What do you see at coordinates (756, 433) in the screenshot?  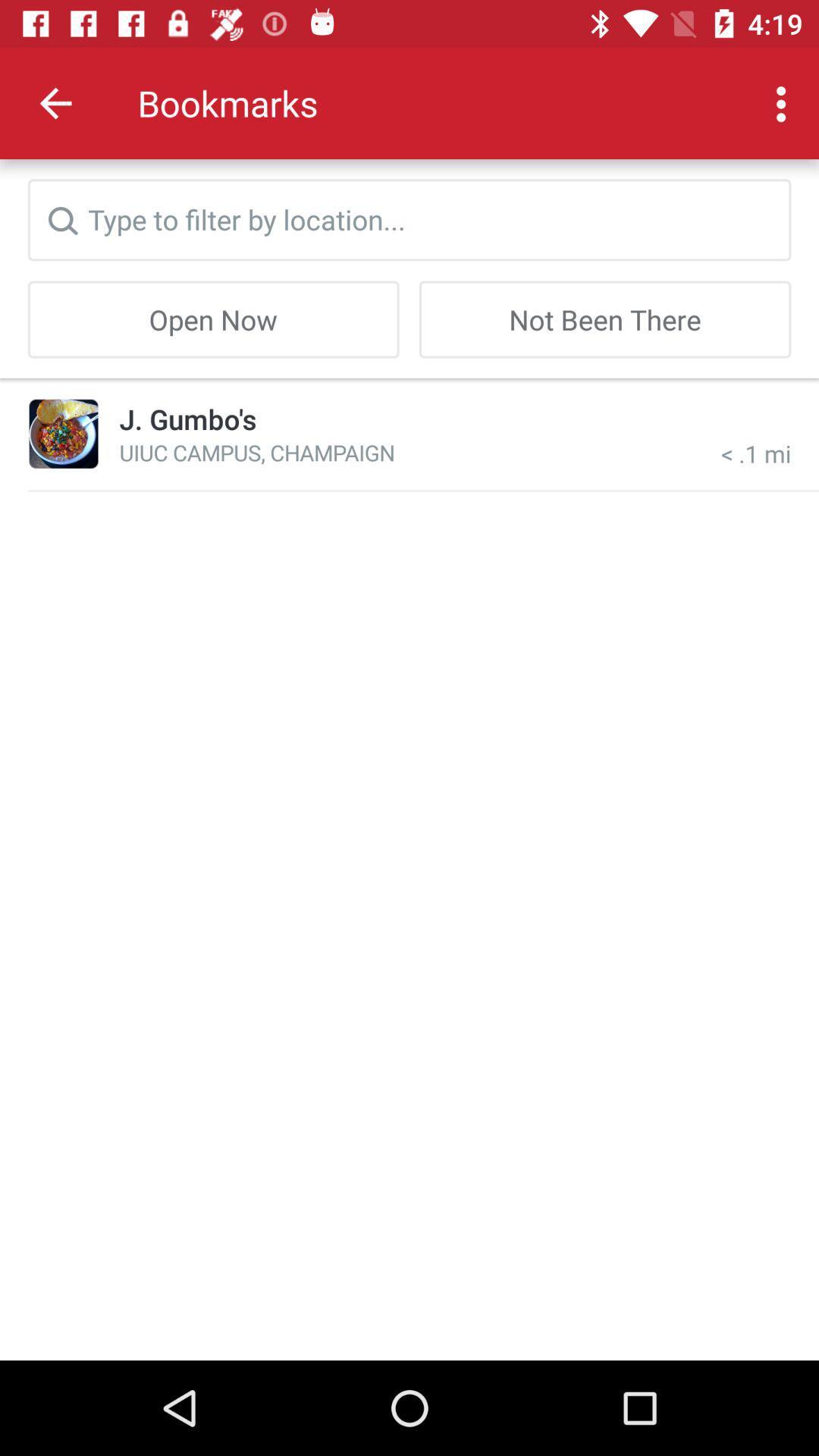 I see `the < .1 mi icon` at bounding box center [756, 433].